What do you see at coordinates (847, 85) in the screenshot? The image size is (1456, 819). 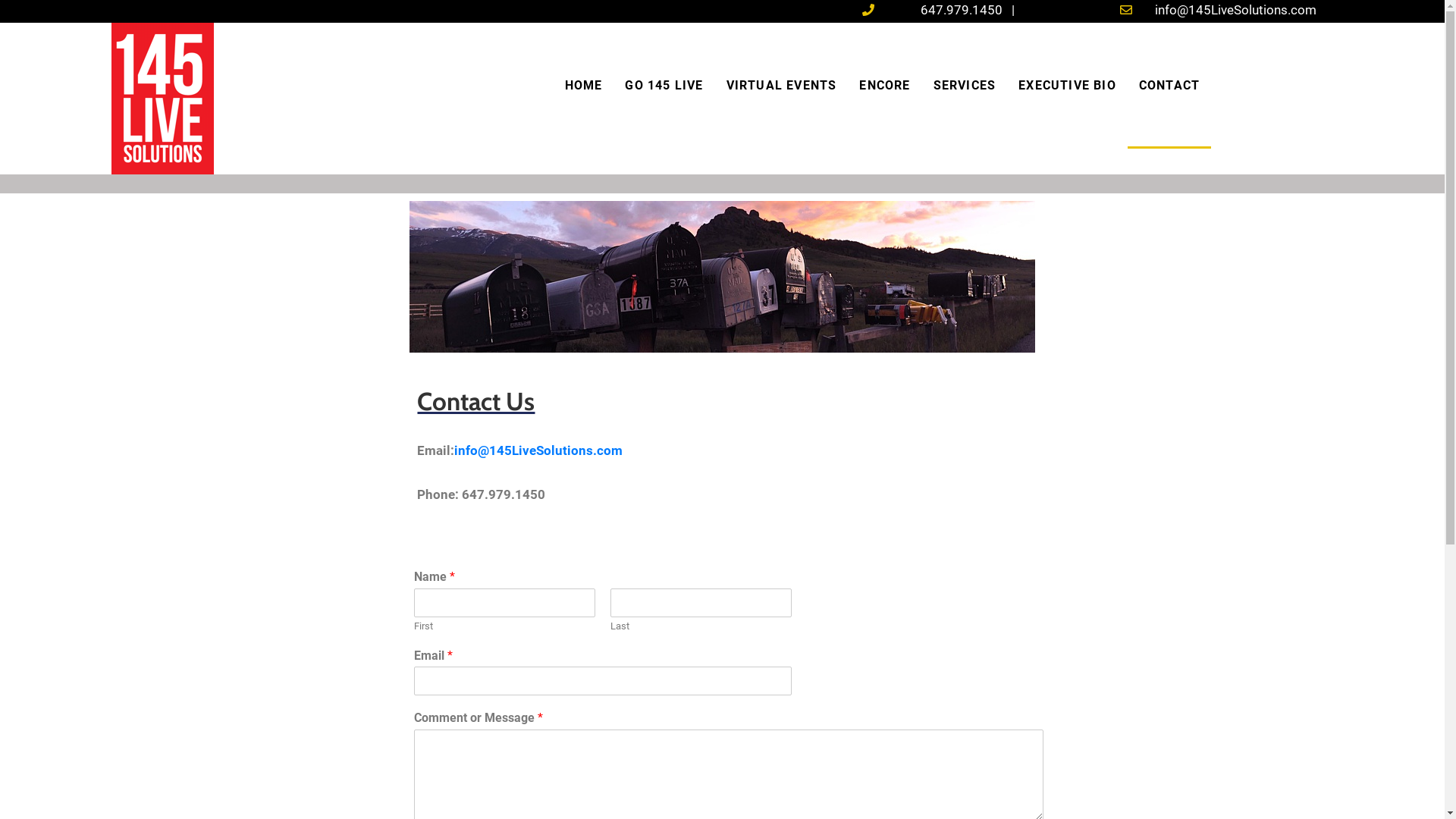 I see `'ENCORE'` at bounding box center [847, 85].